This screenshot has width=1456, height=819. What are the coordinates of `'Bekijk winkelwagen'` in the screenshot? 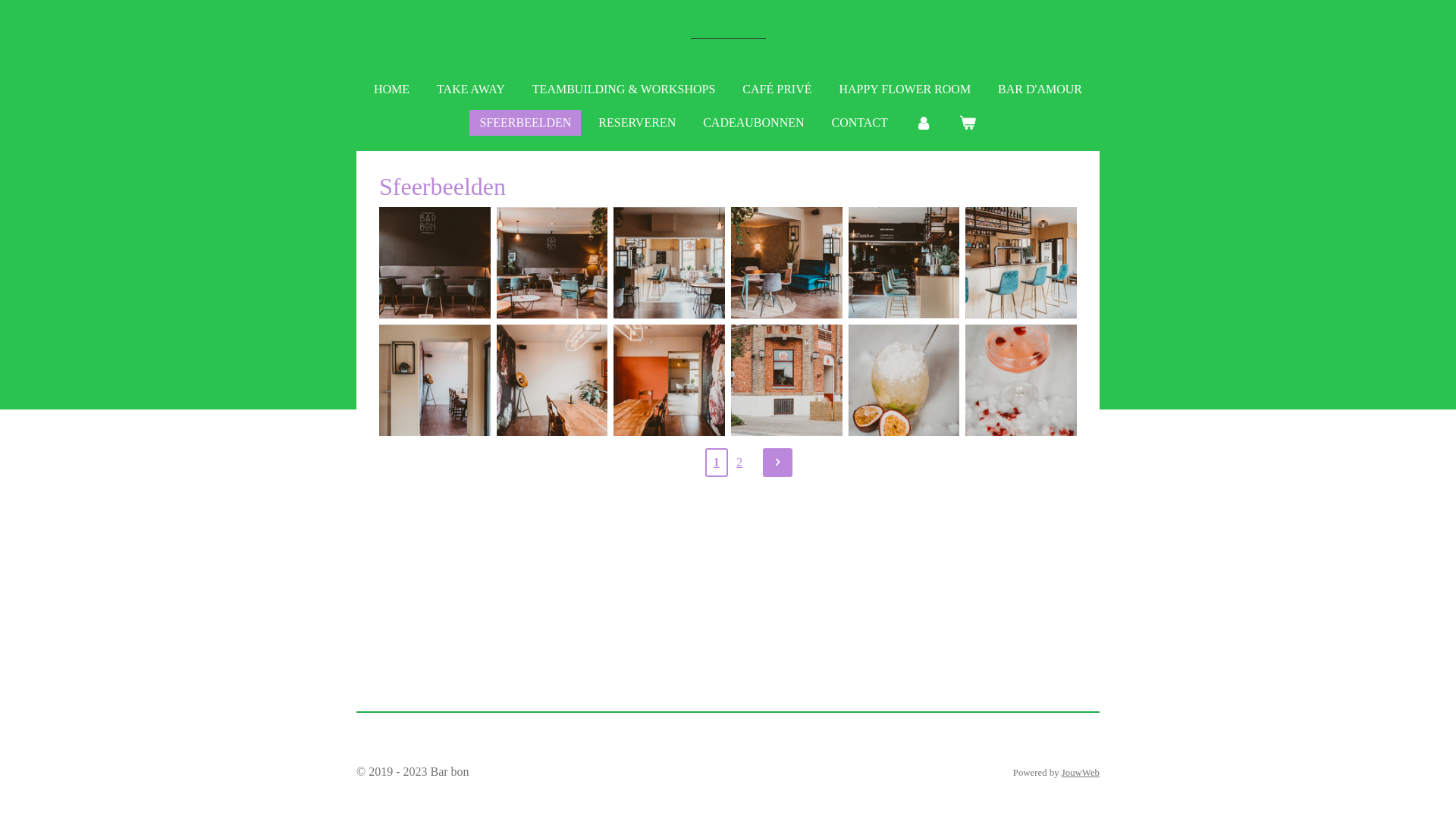 It's located at (967, 122).